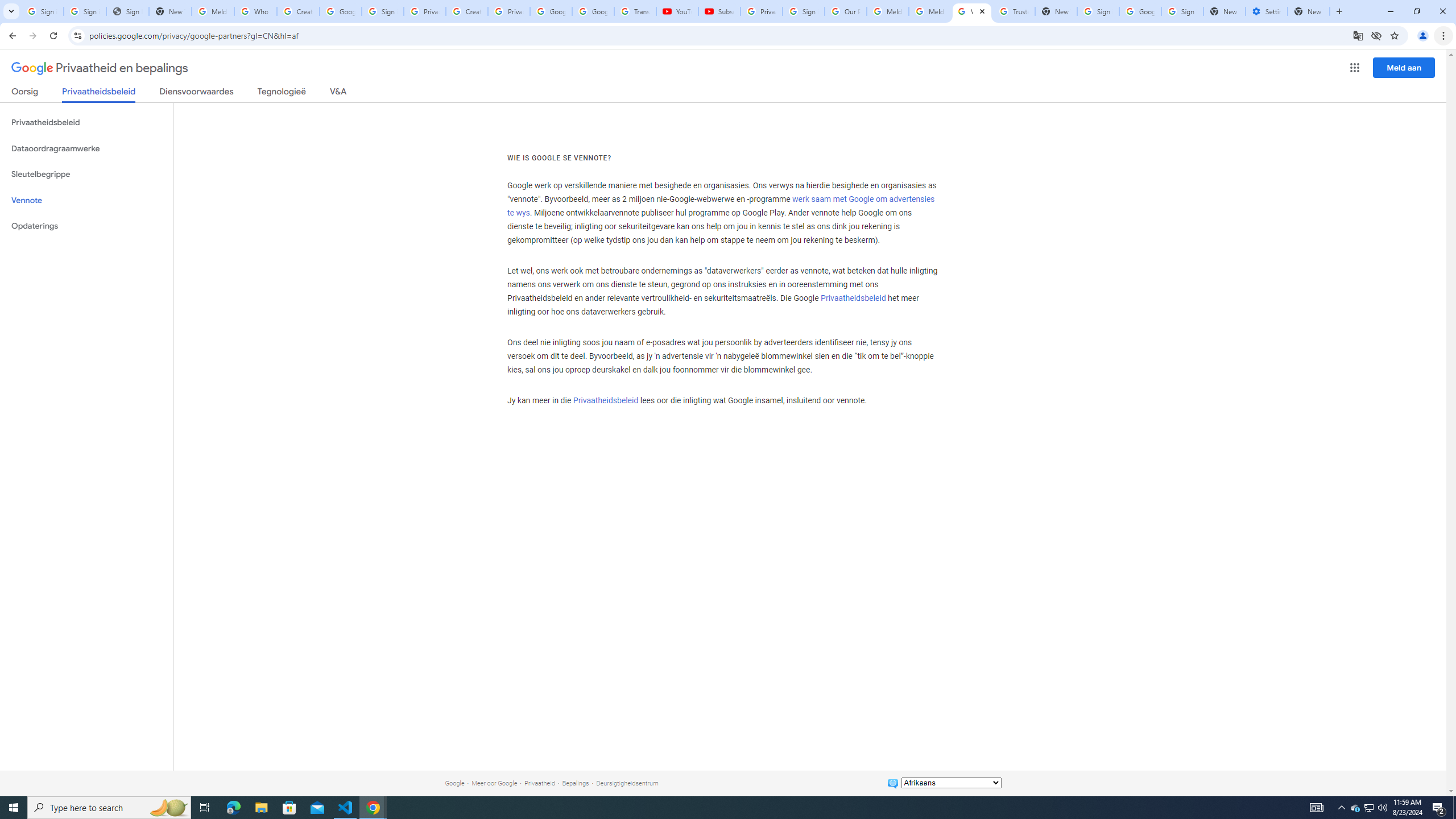 Image resolution: width=1456 pixels, height=819 pixels. Describe the element at coordinates (1139, 11) in the screenshot. I see `'Google Cybersecurity Innovations - Google Safety Center'` at that location.